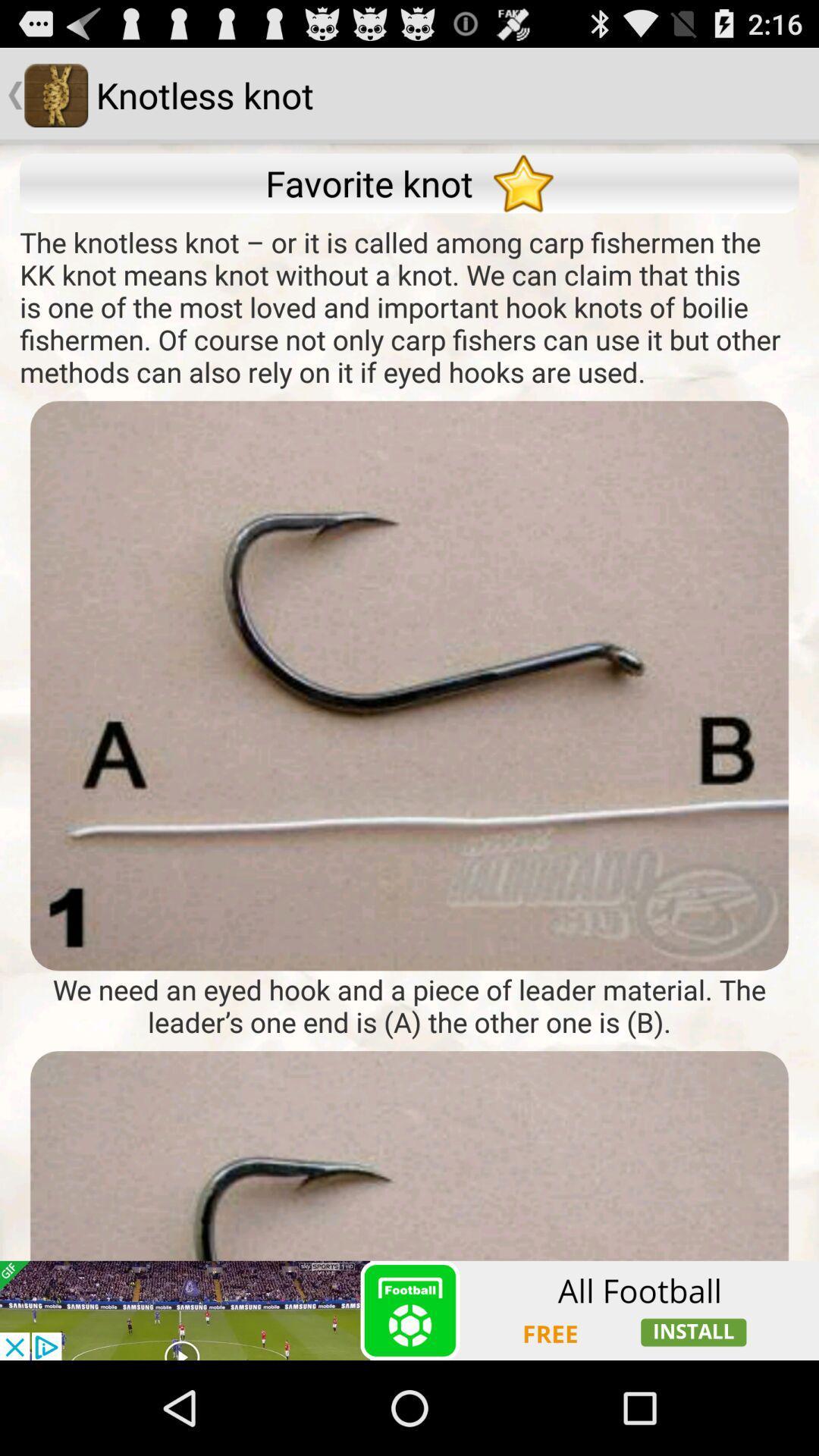 This screenshot has width=819, height=1456. What do you see at coordinates (409, 685) in the screenshot?
I see `enlarge the image` at bounding box center [409, 685].